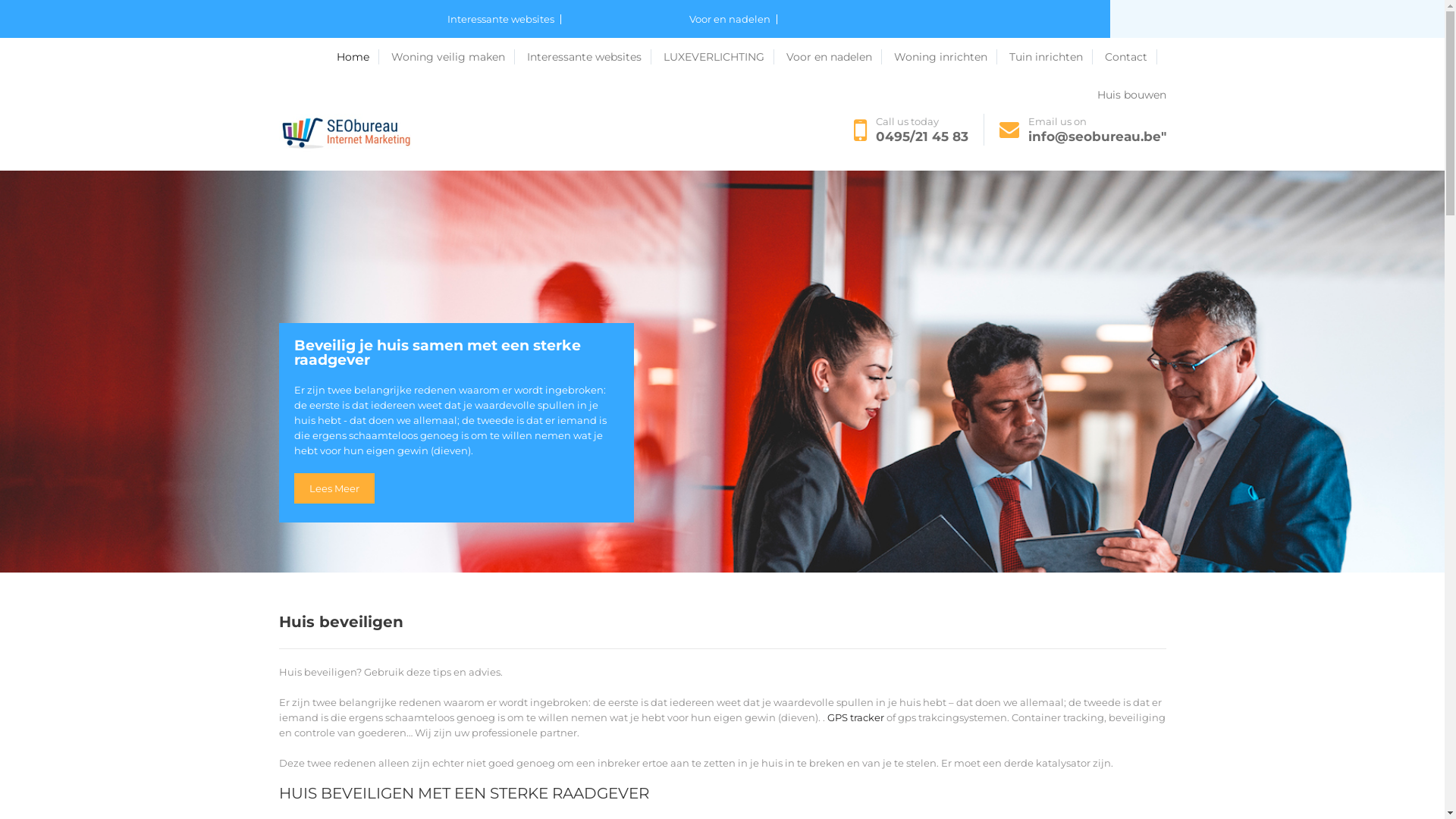 This screenshot has width=1456, height=819. I want to click on 'GPS tracker', so click(855, 717).